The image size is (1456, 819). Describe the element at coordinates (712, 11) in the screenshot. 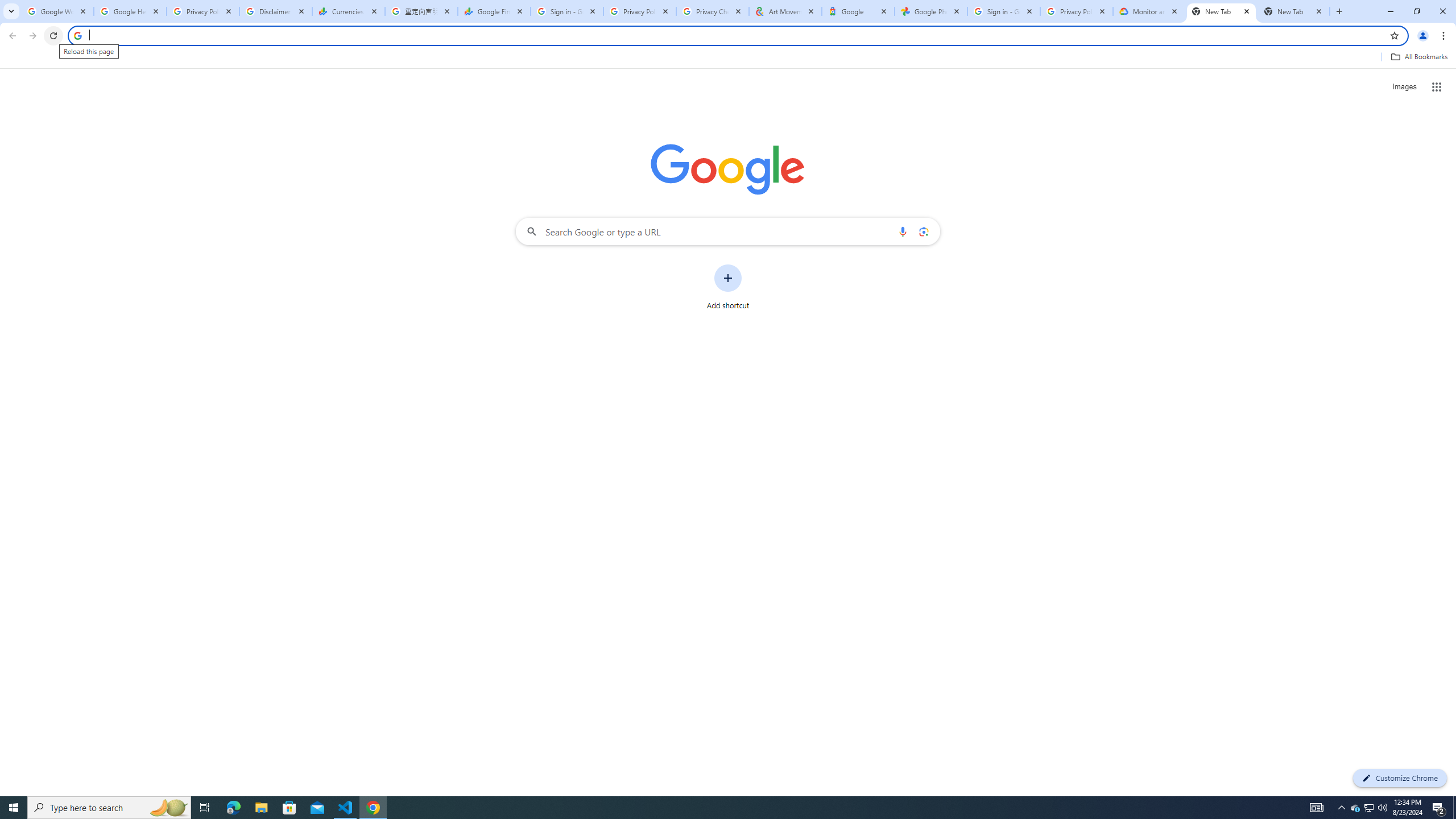

I see `'Privacy Checkup'` at that location.